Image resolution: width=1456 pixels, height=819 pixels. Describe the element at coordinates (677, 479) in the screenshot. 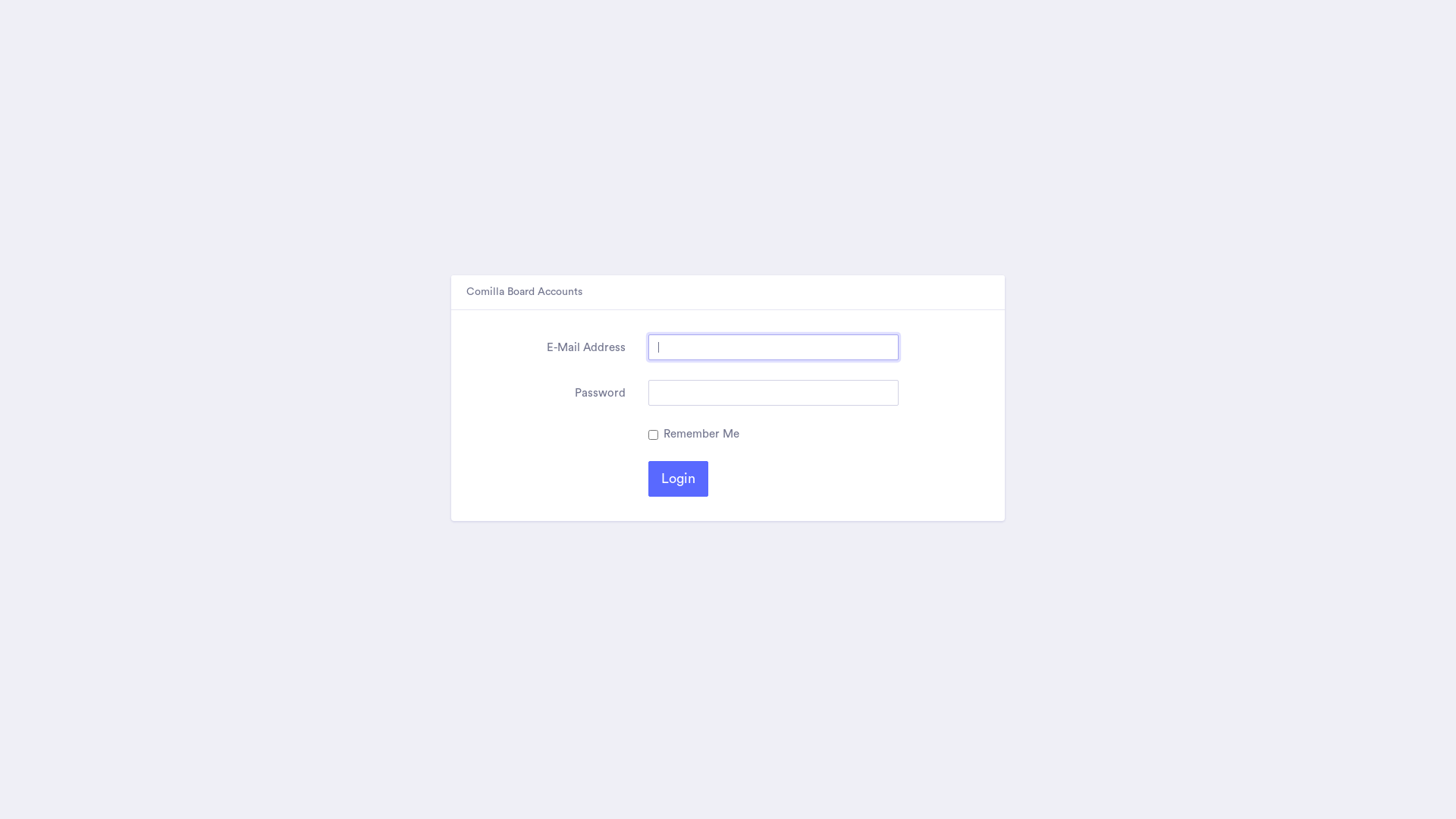

I see `'Login'` at that location.